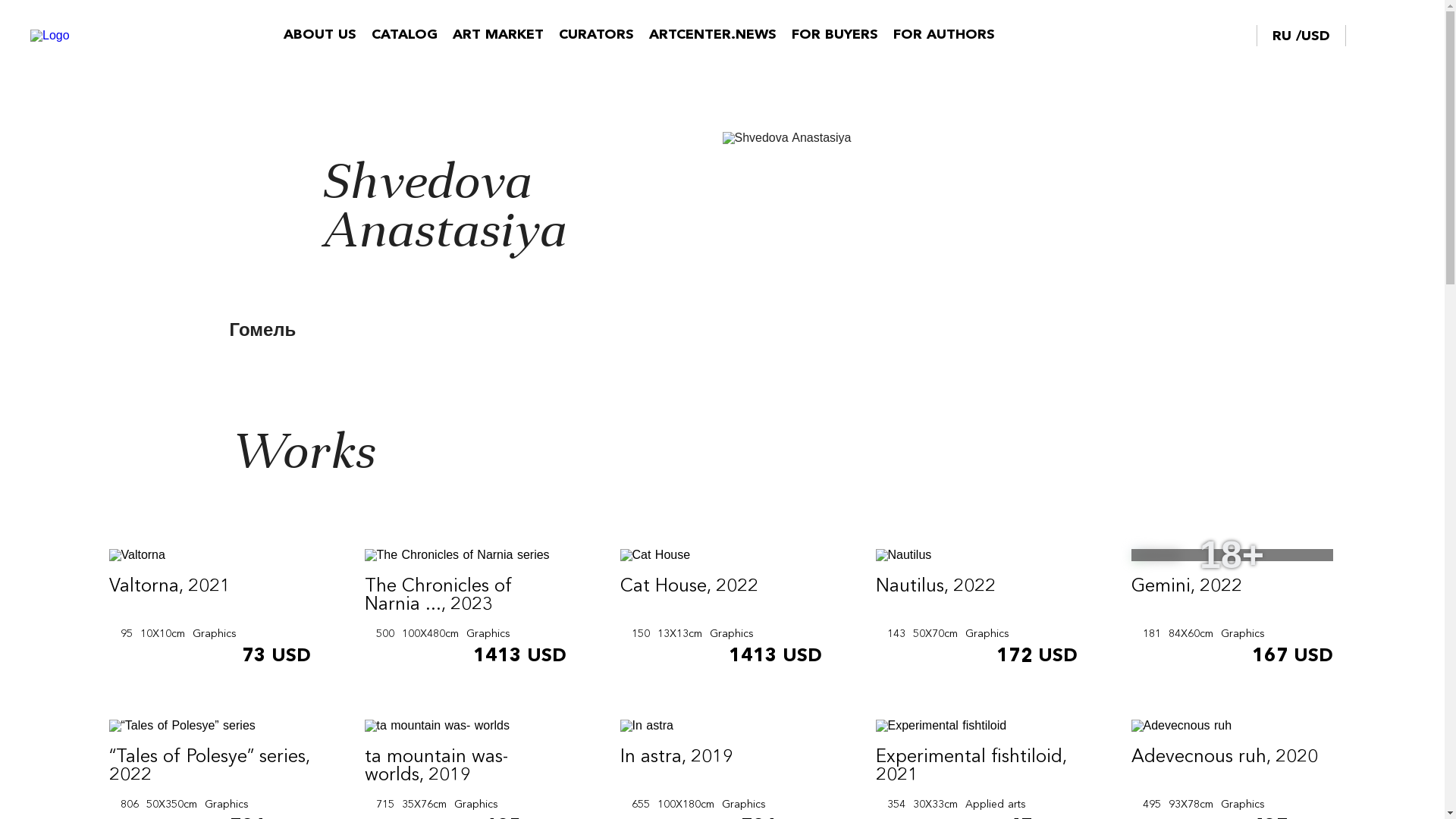 Image resolution: width=1456 pixels, height=819 pixels. What do you see at coordinates (720, 607) in the screenshot?
I see `'Cat House, 2022` at bounding box center [720, 607].